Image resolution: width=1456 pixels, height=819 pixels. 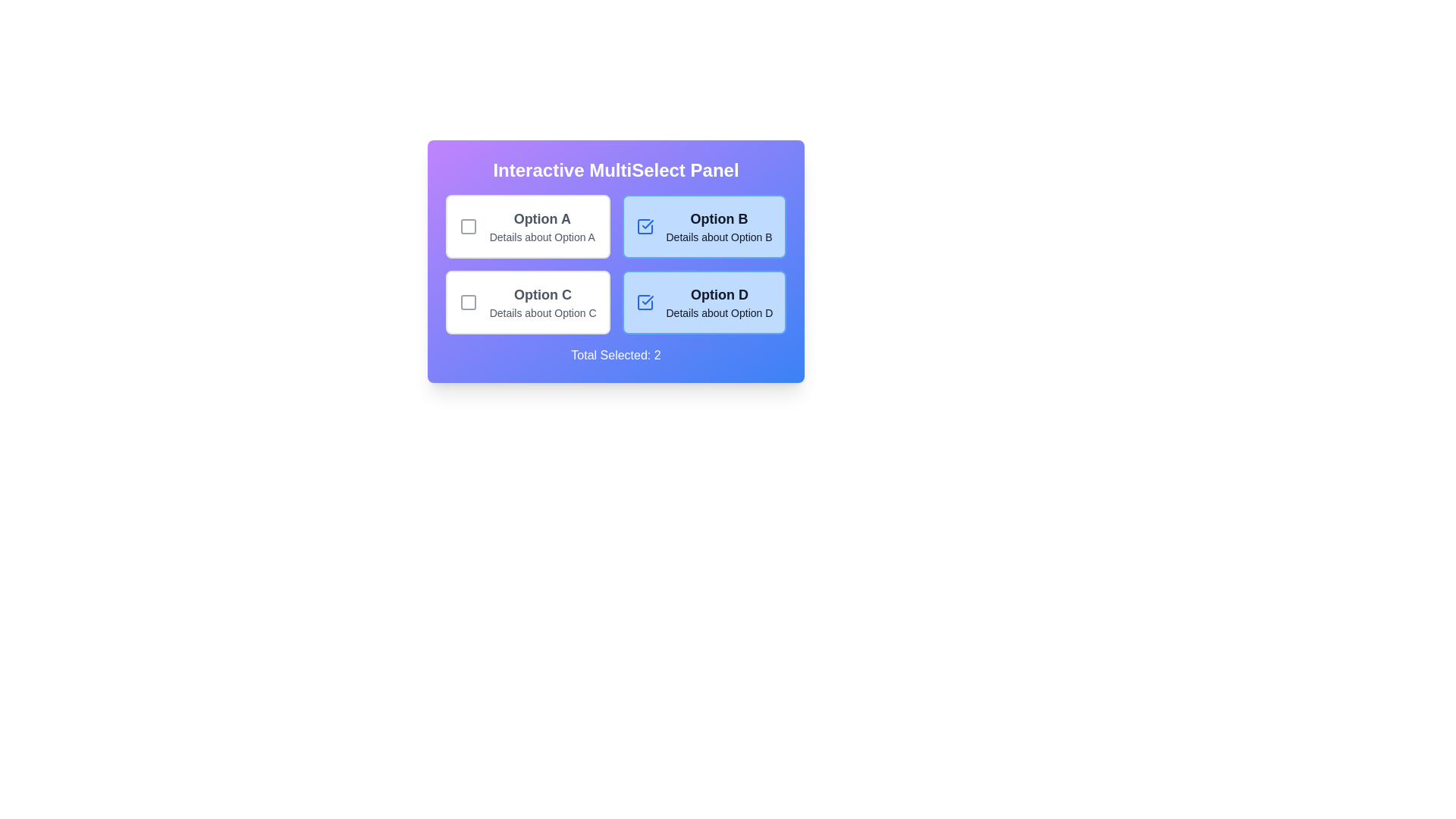 I want to click on the item labeled Option C, so click(x=528, y=302).